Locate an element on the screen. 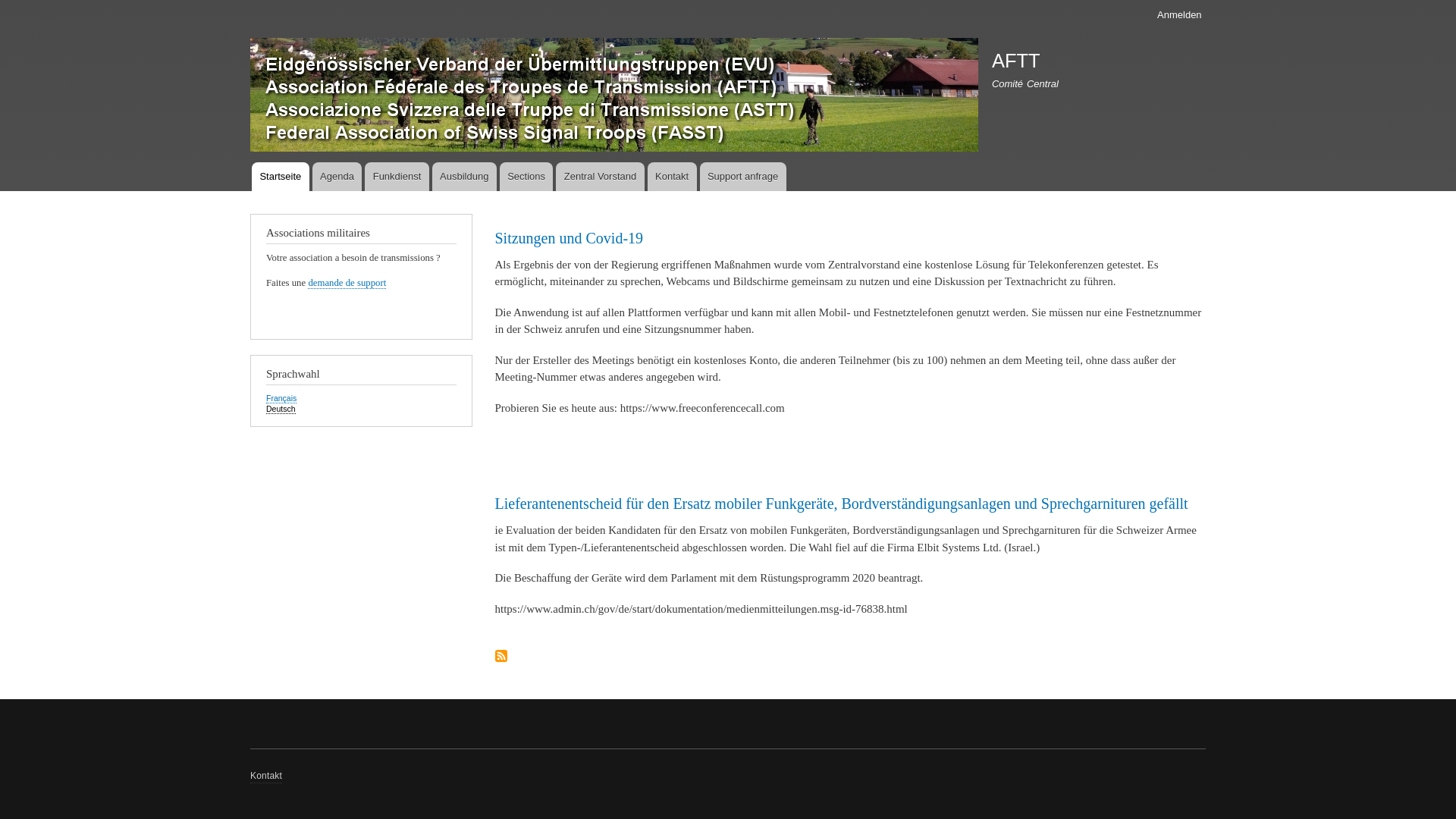  'Sections' is located at coordinates (526, 175).